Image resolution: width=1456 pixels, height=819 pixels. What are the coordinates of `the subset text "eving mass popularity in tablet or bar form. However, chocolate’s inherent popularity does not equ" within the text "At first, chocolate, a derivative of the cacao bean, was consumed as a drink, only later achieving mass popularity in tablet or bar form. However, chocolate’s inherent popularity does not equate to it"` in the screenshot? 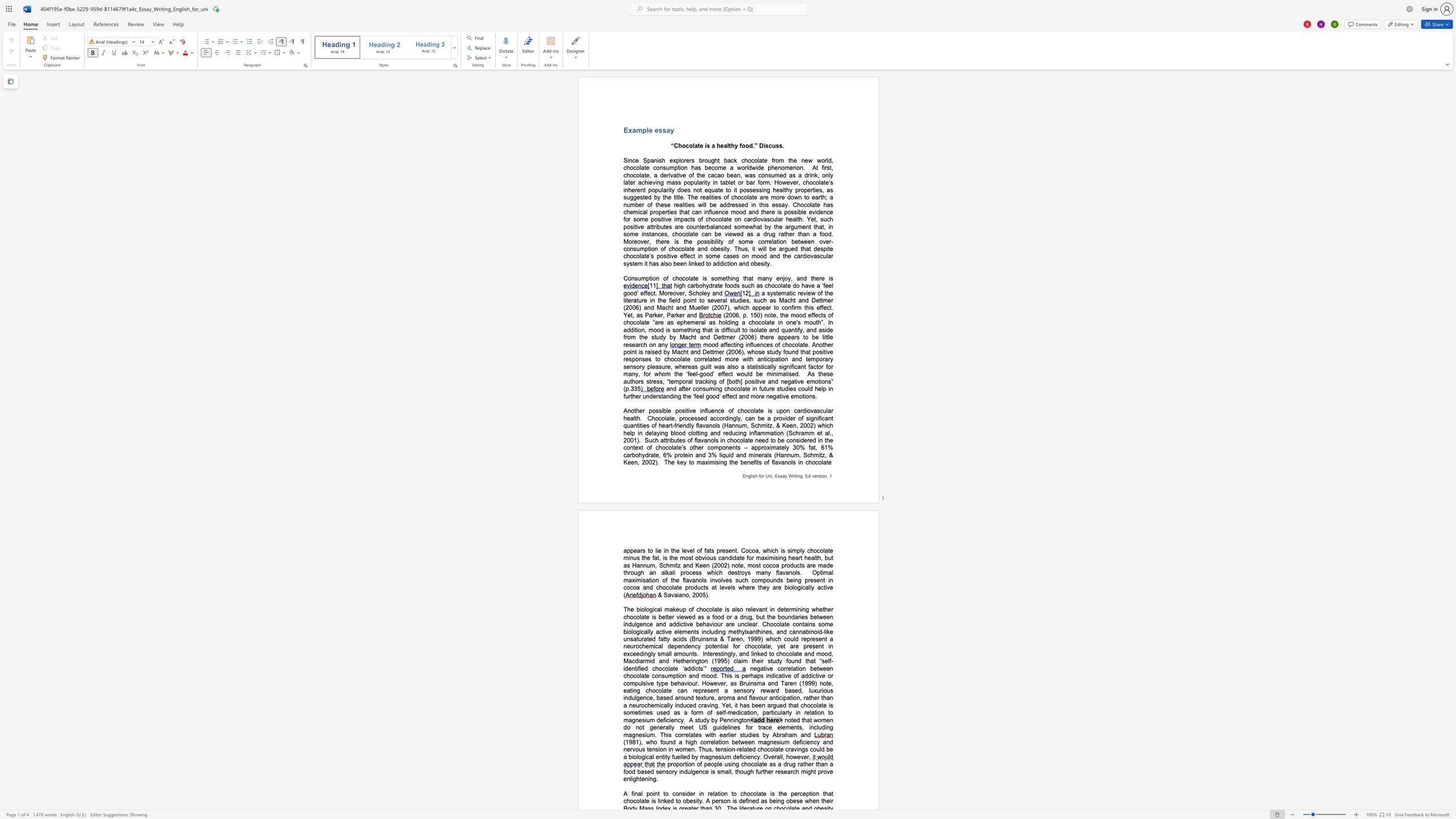 It's located at (649, 181).